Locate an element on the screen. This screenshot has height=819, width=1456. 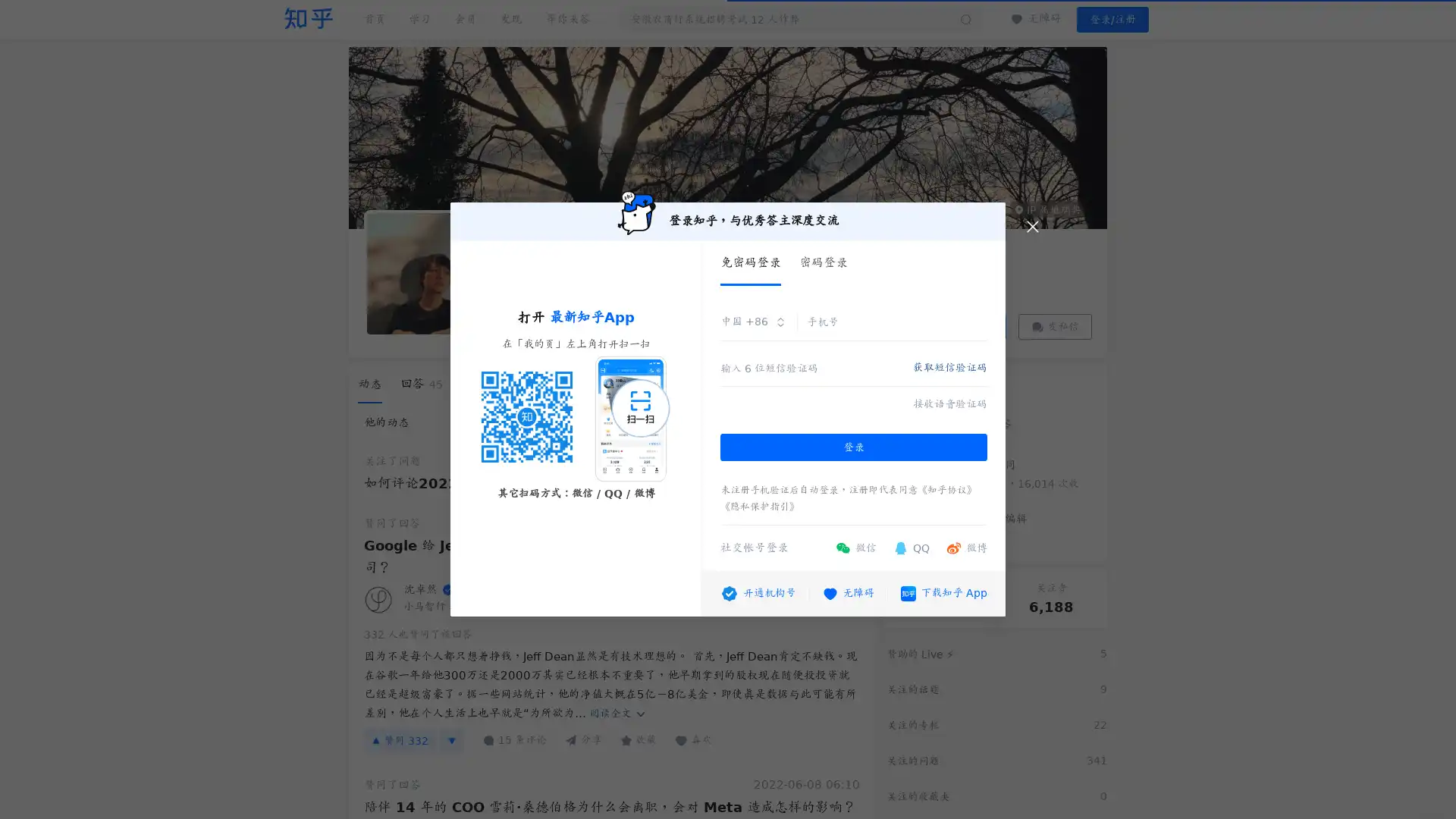
332 is located at coordinates (400, 739).